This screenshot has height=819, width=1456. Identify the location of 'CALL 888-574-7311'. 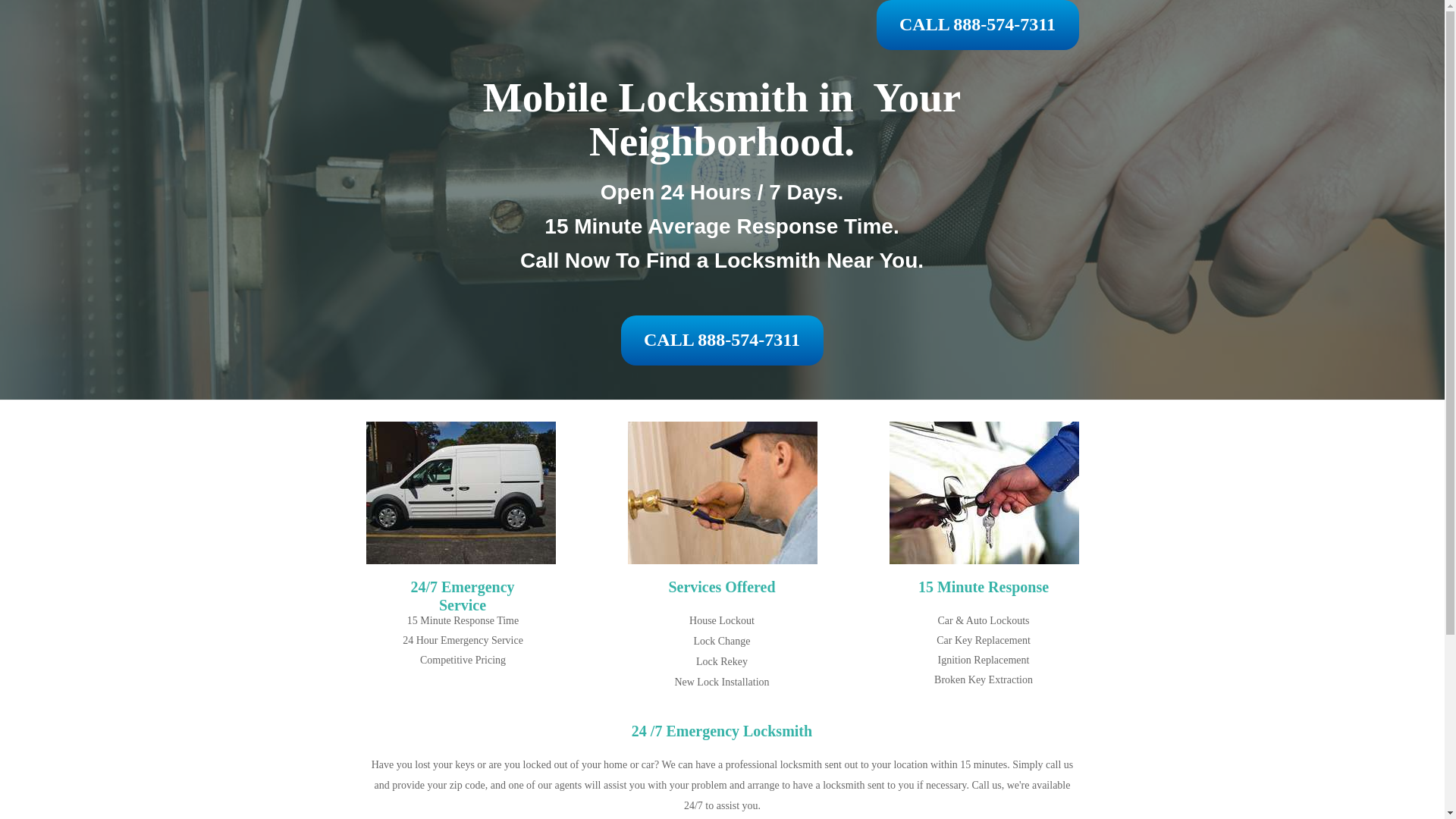
(720, 339).